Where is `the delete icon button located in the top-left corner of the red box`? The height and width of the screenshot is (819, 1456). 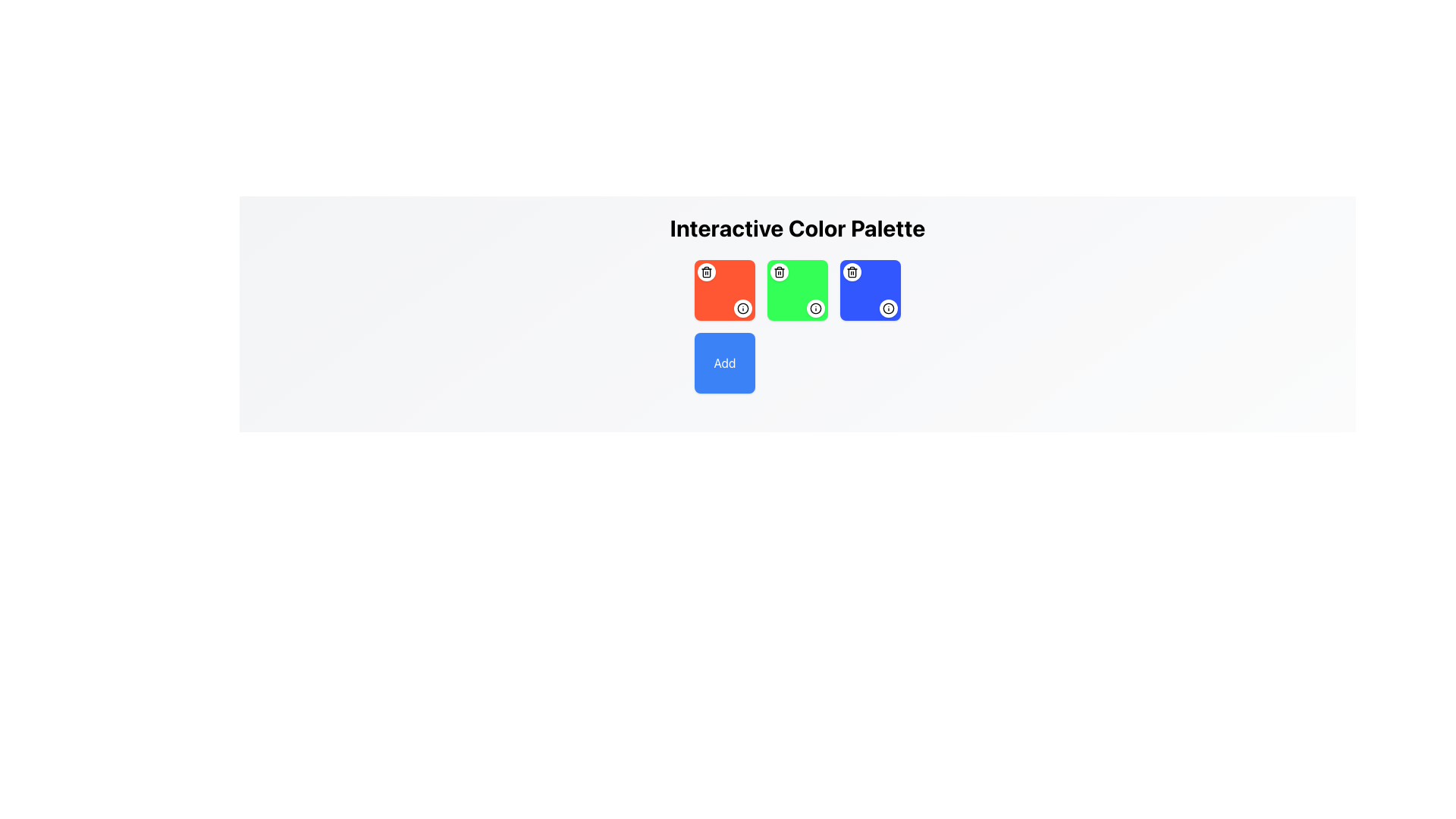
the delete icon button located in the top-left corner of the red box is located at coordinates (705, 271).